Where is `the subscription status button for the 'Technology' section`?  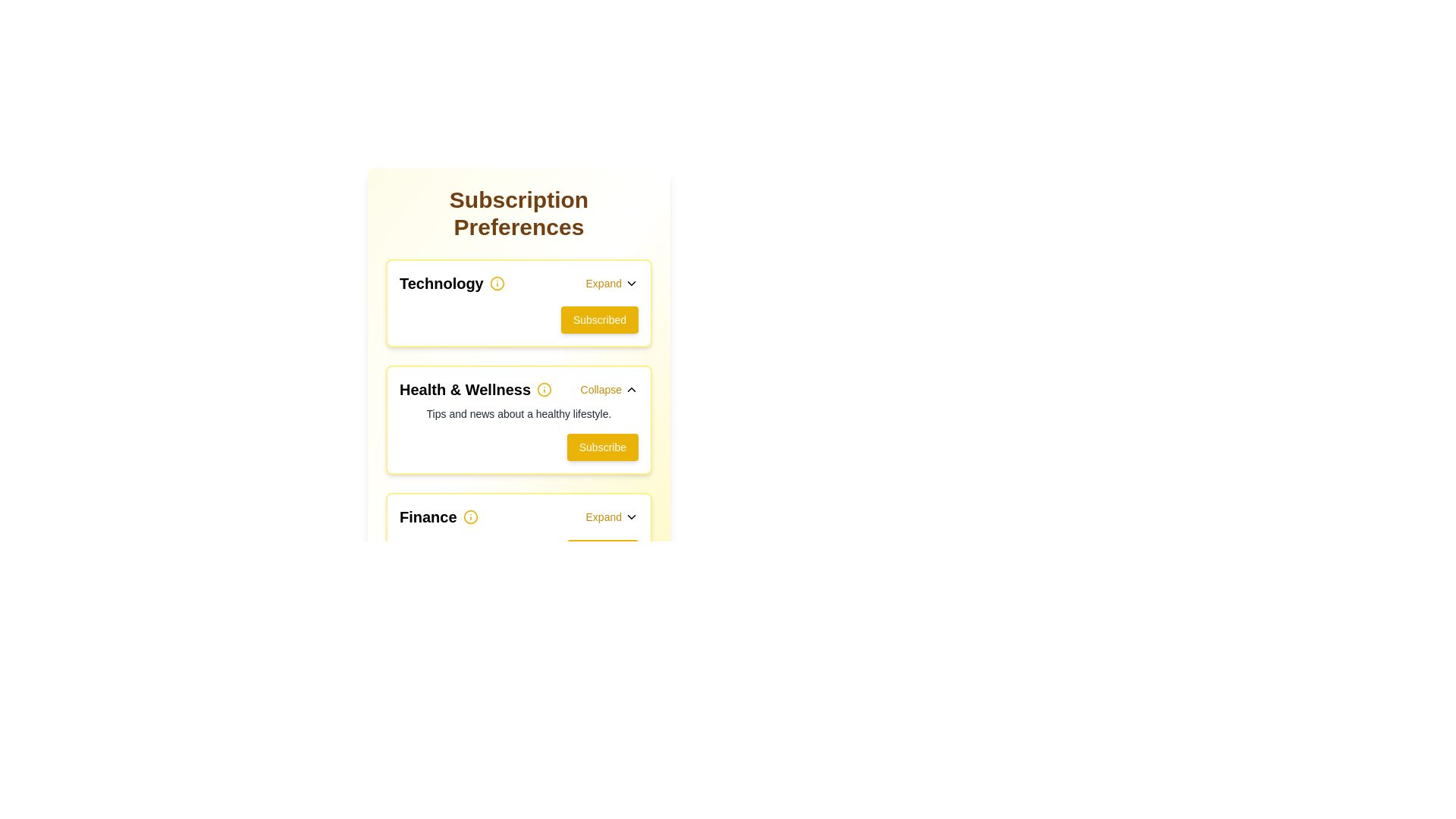 the subscription status button for the 'Technology' section is located at coordinates (519, 318).